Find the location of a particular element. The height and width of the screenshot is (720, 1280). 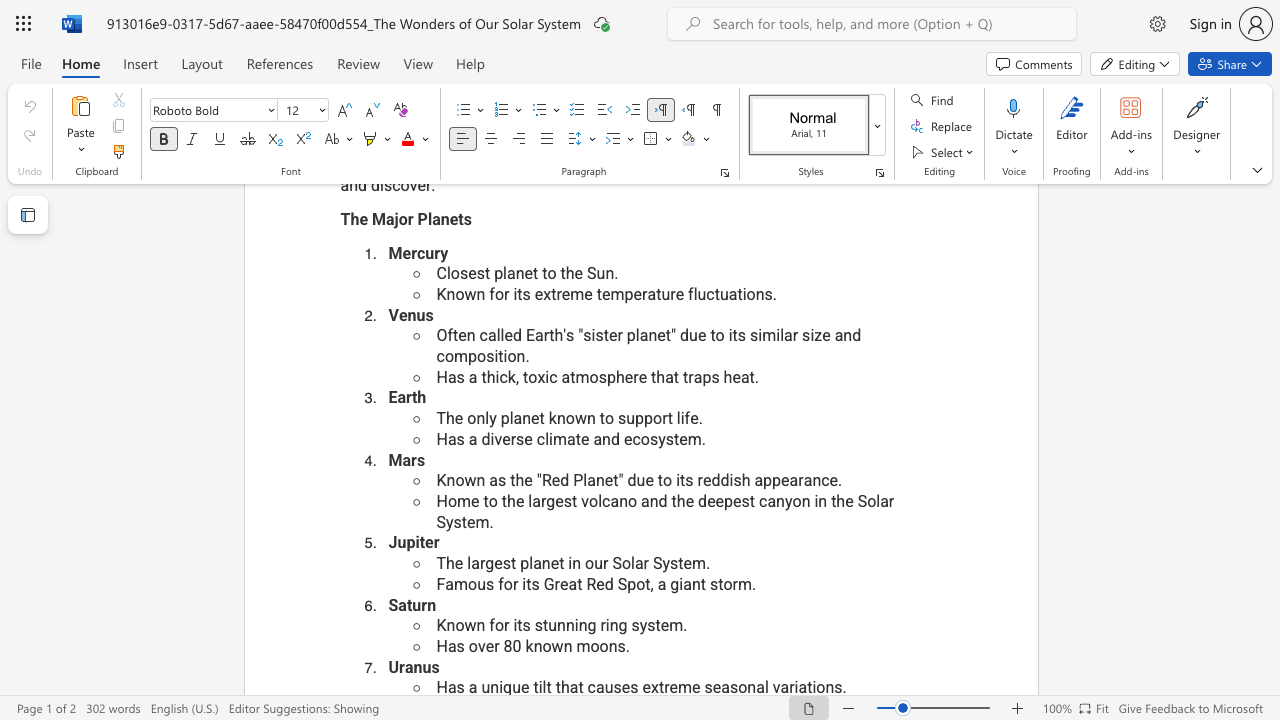

the subset text "system" within the text "Has a diverse climate and ecosystem." is located at coordinates (649, 438).